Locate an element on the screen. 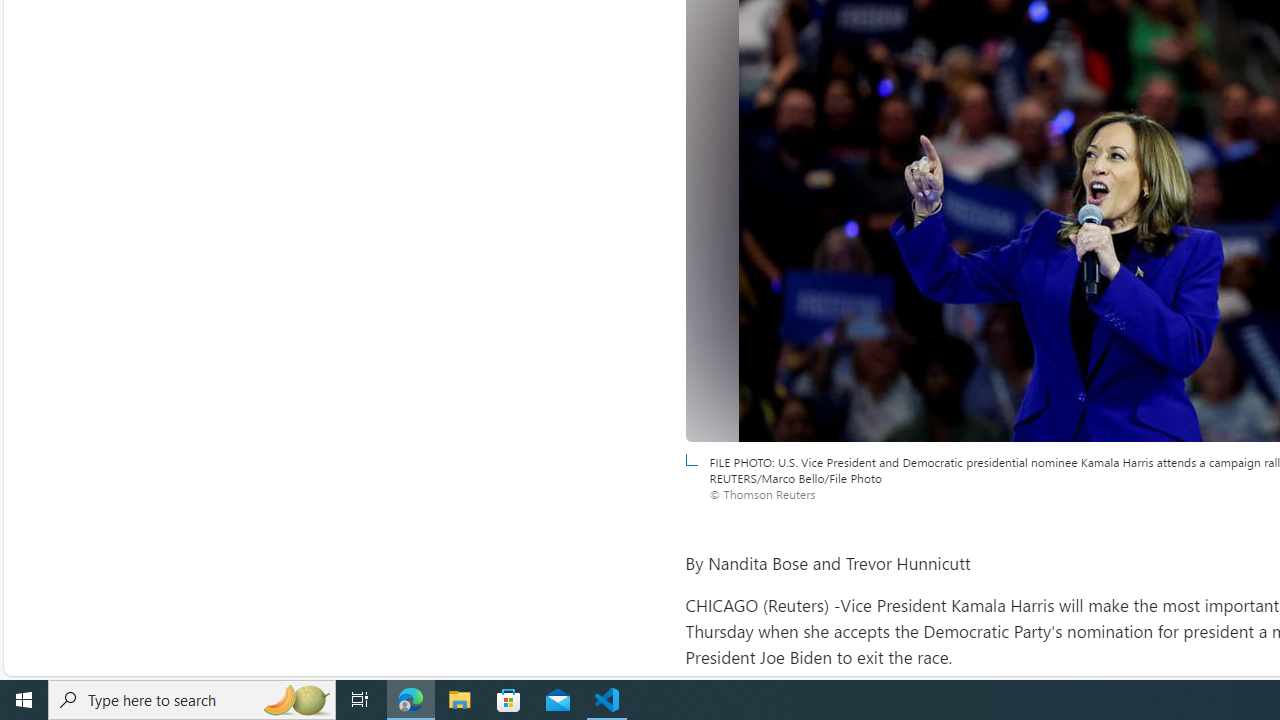  'Search highlights icon opens search home window' is located at coordinates (294, 698).